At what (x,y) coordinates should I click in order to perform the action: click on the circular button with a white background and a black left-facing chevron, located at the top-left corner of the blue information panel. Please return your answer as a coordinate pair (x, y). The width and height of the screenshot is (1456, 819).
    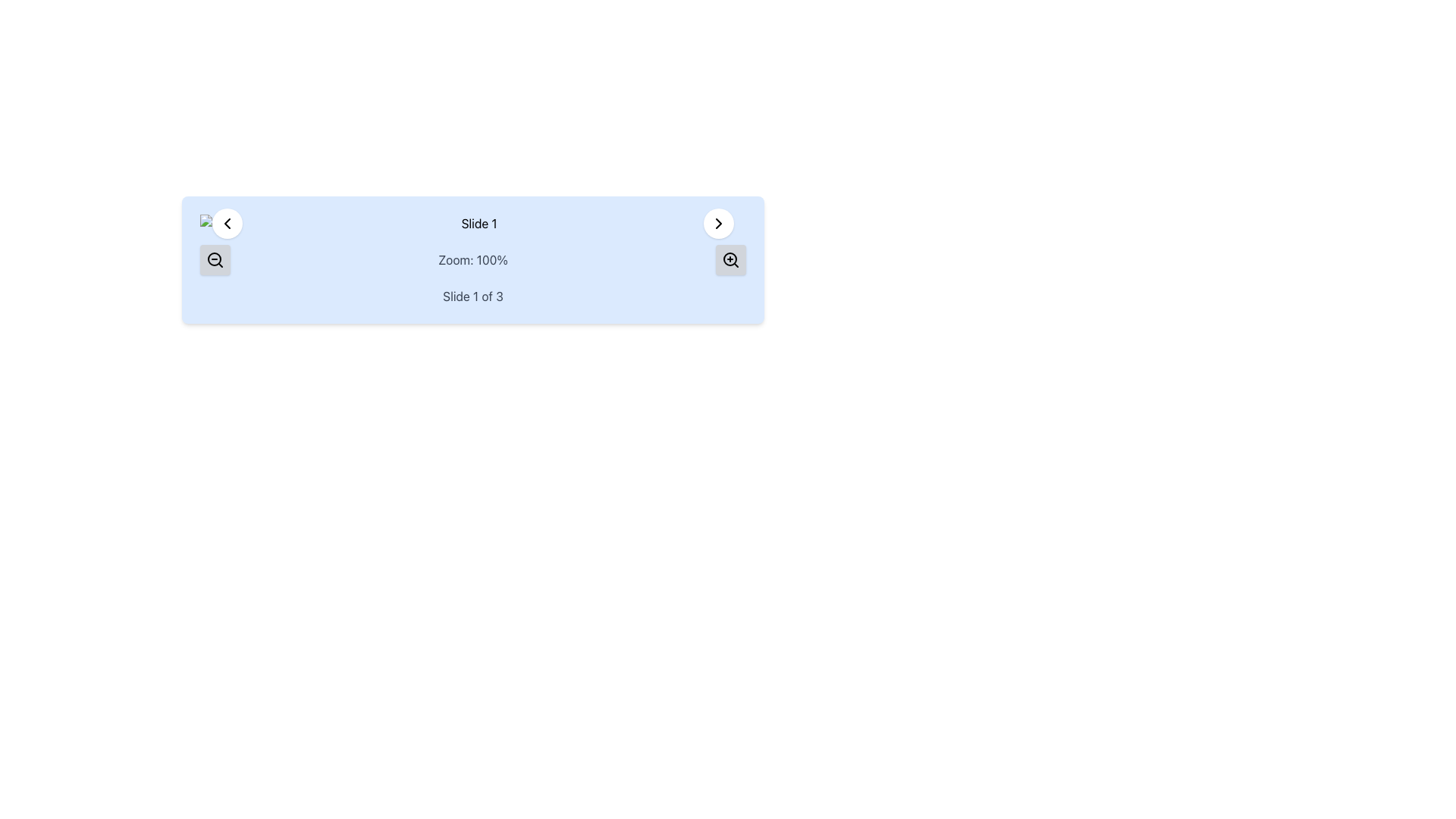
    Looking at the image, I should click on (226, 223).